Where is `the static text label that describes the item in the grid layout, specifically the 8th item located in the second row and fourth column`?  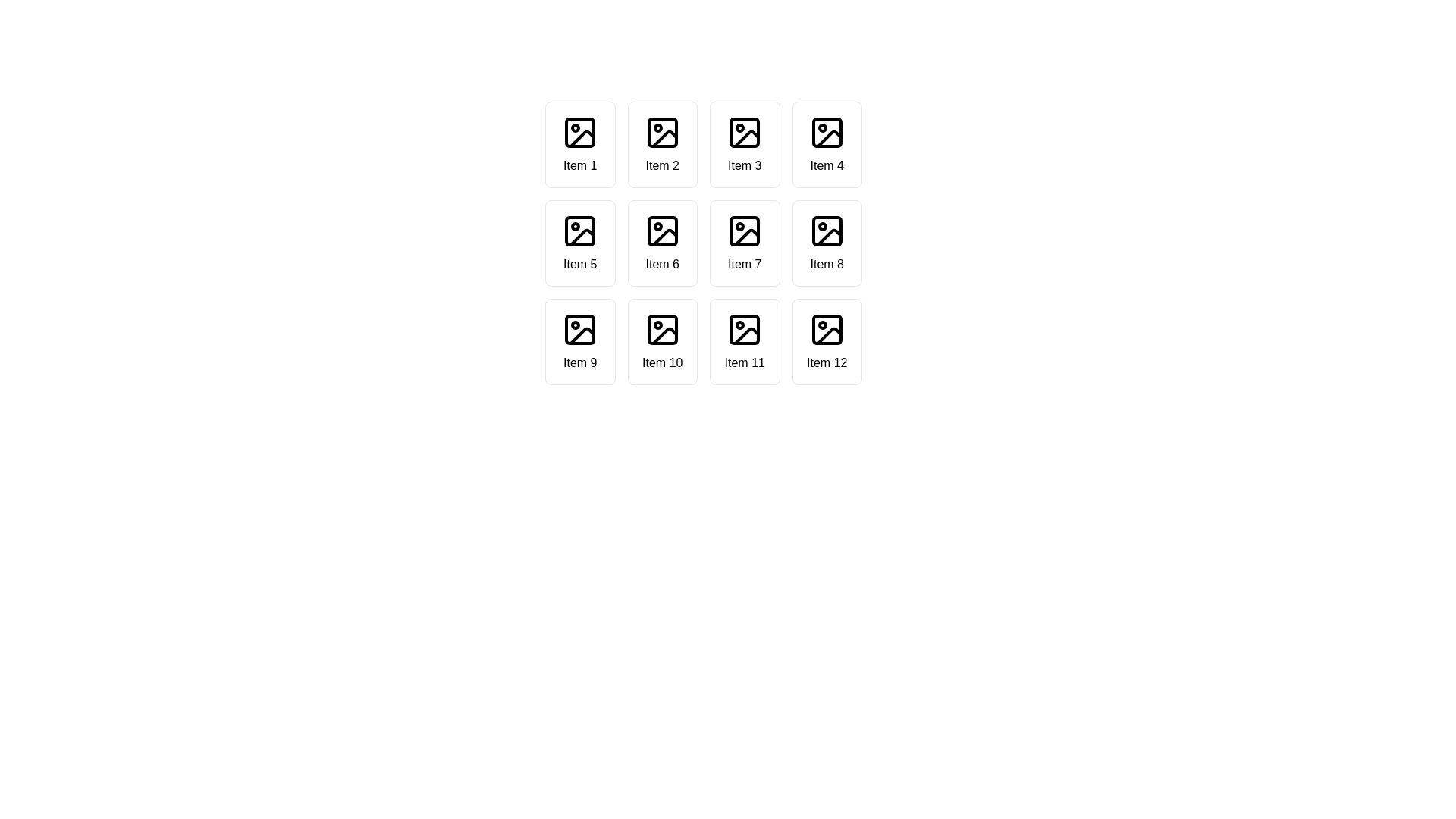 the static text label that describes the item in the grid layout, specifically the 8th item located in the second row and fourth column is located at coordinates (826, 263).